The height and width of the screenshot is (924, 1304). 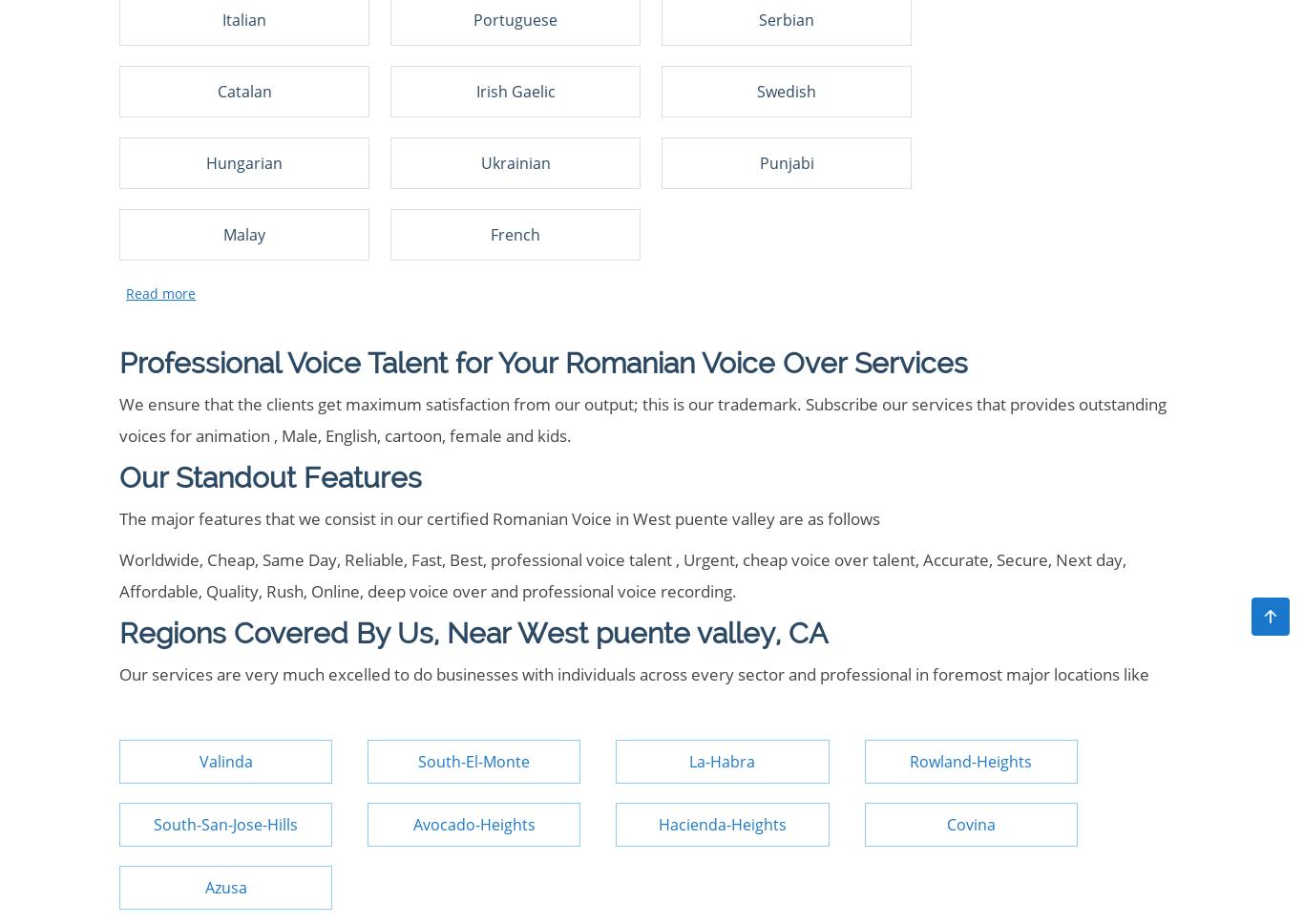 What do you see at coordinates (183, 272) in the screenshot?
I see `'© Copyright 2023'` at bounding box center [183, 272].